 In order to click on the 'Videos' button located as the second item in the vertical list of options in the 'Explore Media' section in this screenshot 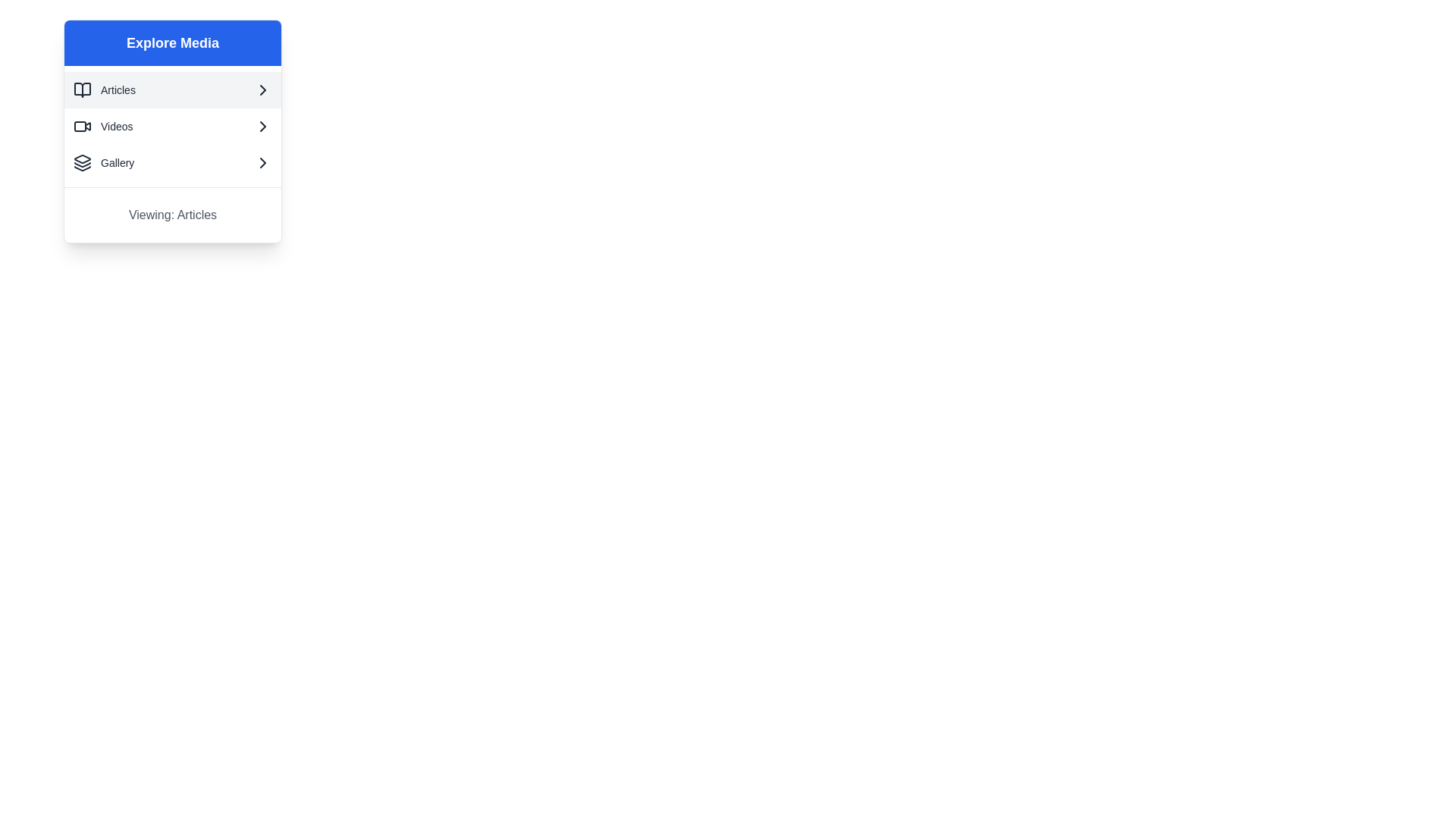, I will do `click(172, 125)`.